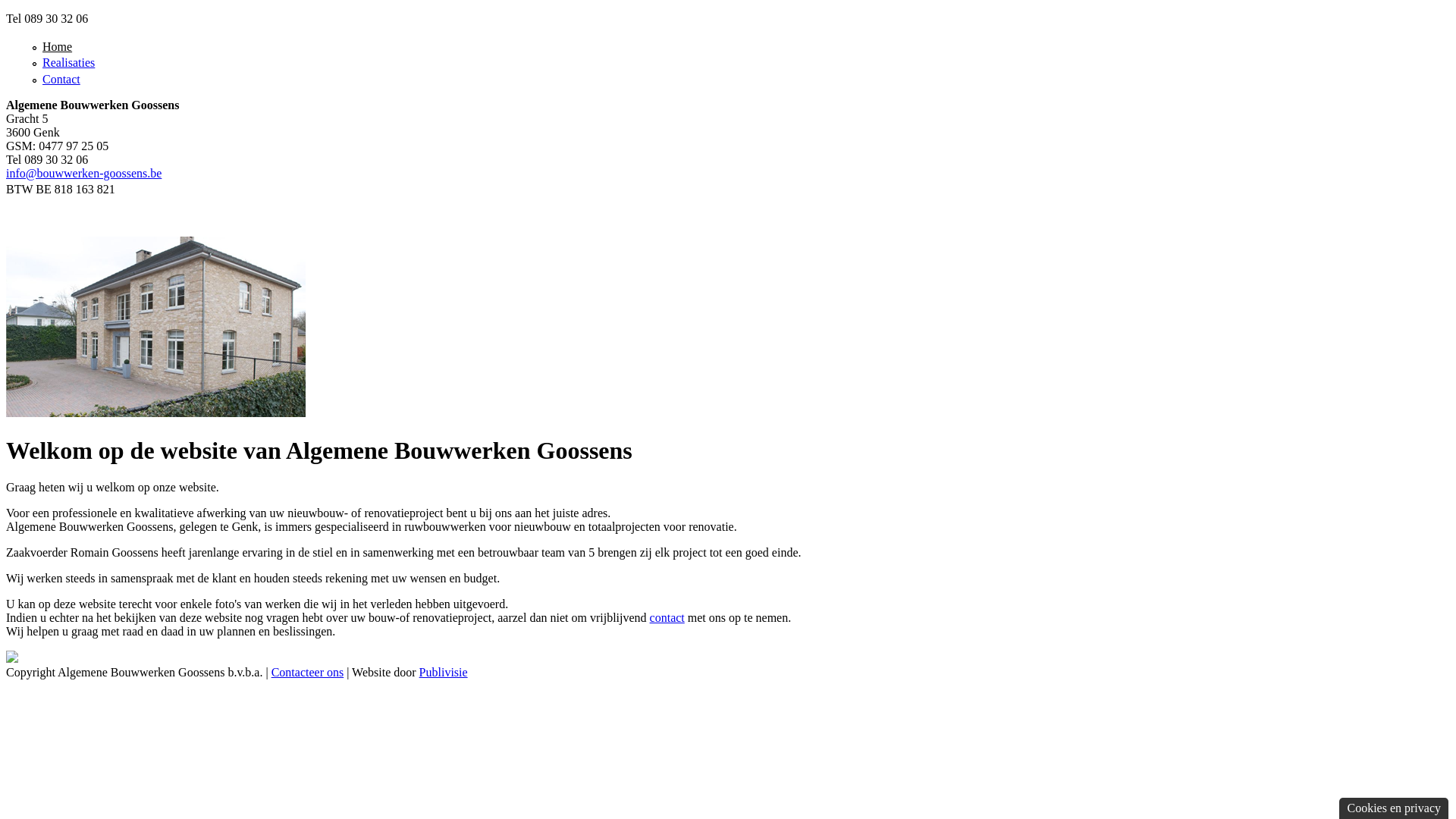  I want to click on 'contact', so click(667, 617).